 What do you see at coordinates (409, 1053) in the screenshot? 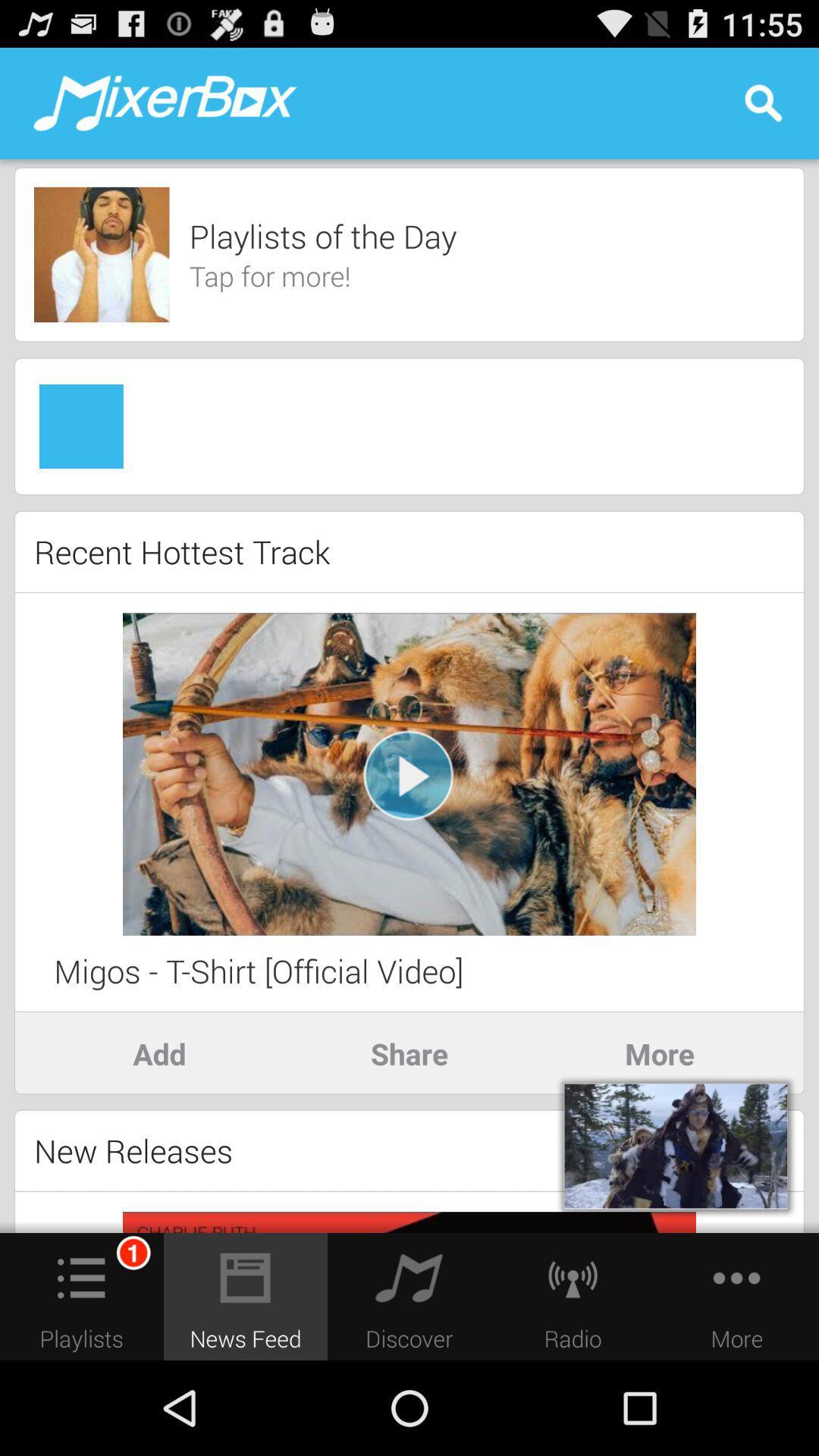
I see `the item to the right of add item` at bounding box center [409, 1053].